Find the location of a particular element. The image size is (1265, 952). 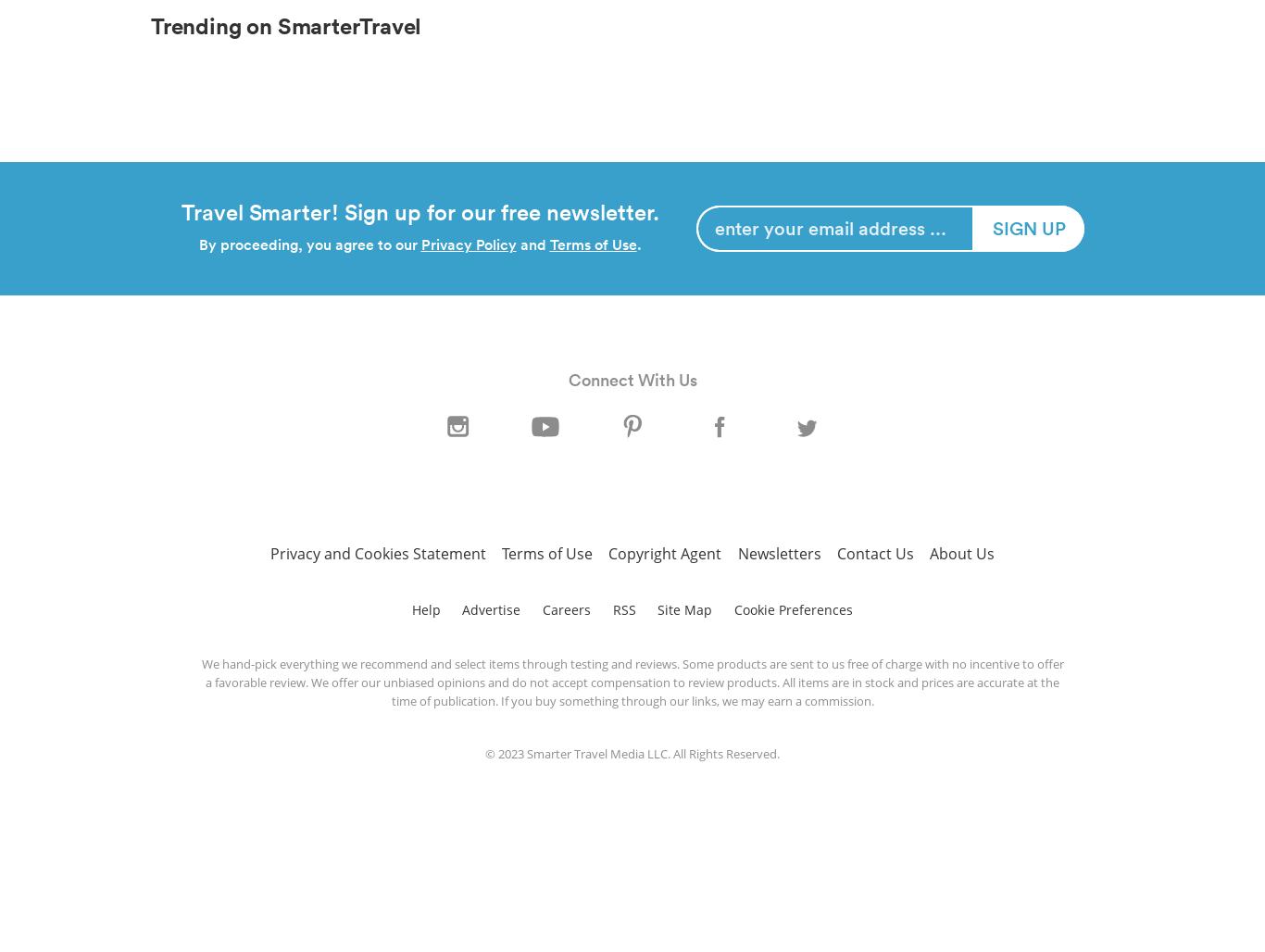

'Help' is located at coordinates (409, 608).